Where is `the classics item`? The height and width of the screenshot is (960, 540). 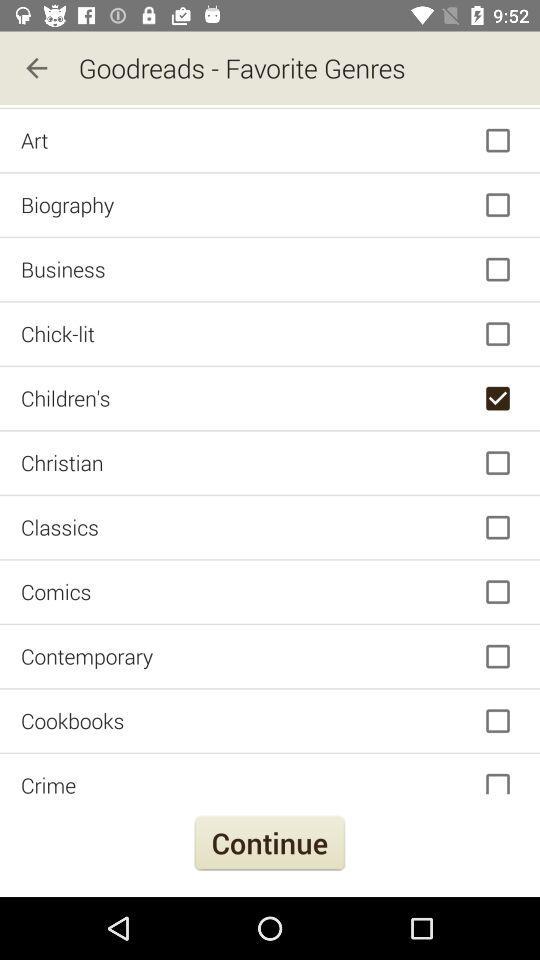
the classics item is located at coordinates (270, 526).